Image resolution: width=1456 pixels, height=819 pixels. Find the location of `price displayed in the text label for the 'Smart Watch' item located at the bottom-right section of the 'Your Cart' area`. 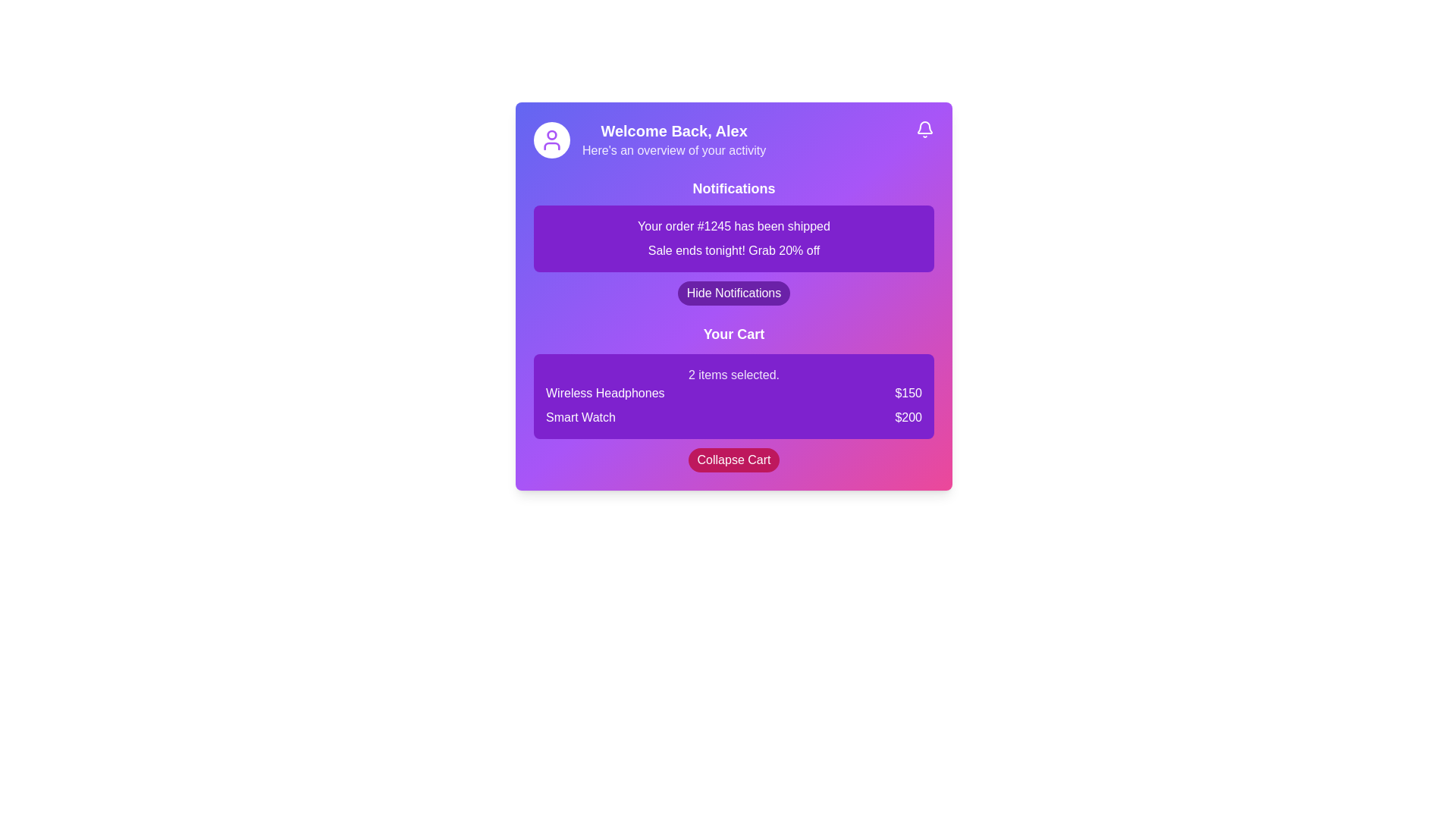

price displayed in the text label for the 'Smart Watch' item located at the bottom-right section of the 'Your Cart' area is located at coordinates (908, 418).